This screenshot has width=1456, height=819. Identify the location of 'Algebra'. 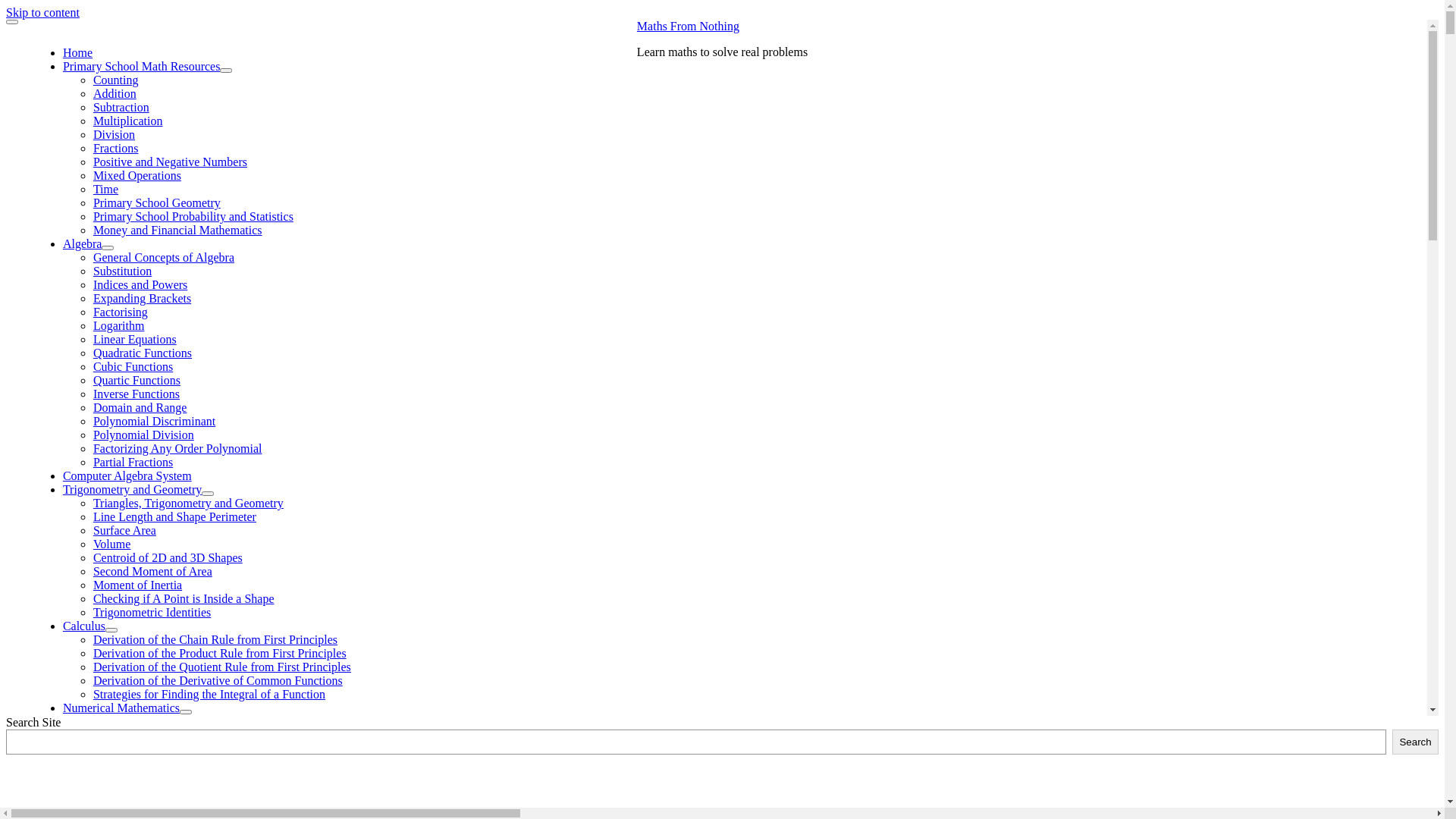
(82, 243).